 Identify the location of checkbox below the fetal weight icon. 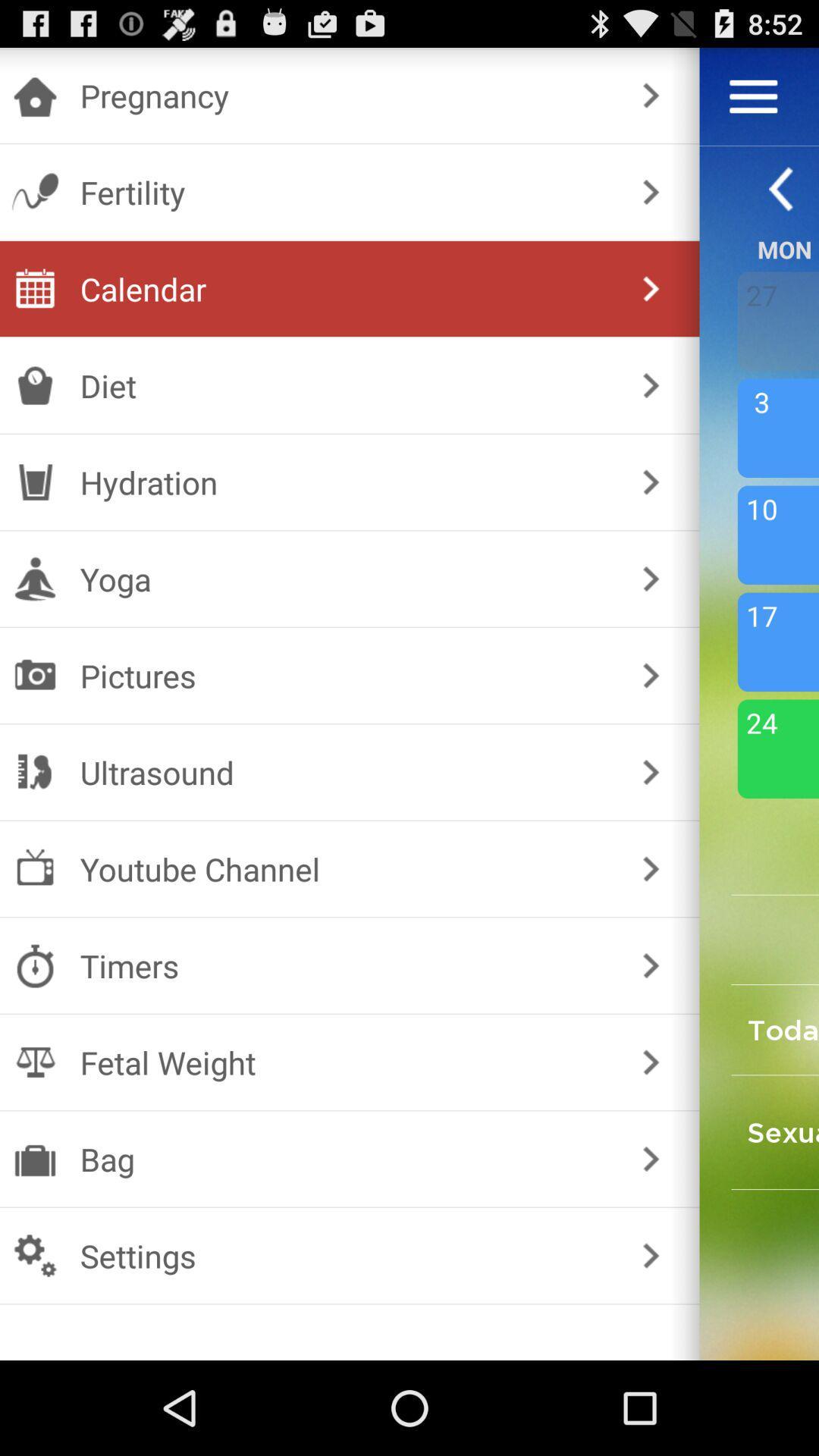
(347, 1158).